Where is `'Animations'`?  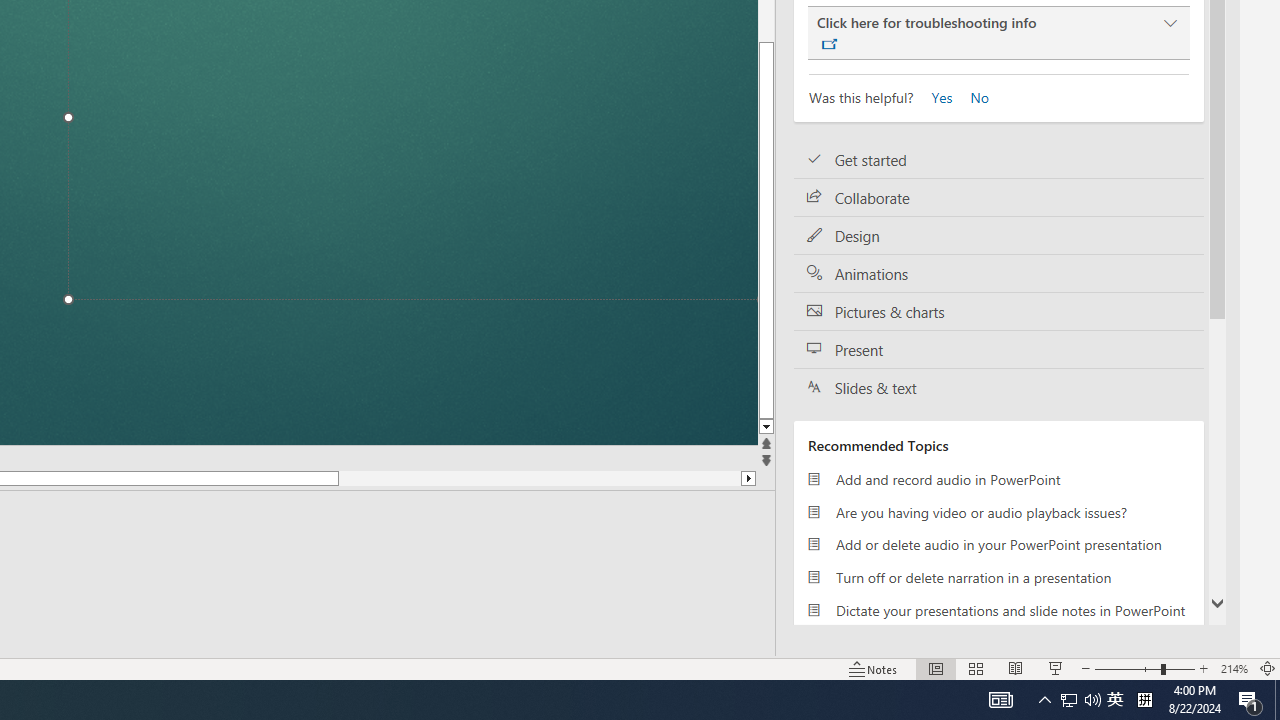 'Animations' is located at coordinates (999, 273).